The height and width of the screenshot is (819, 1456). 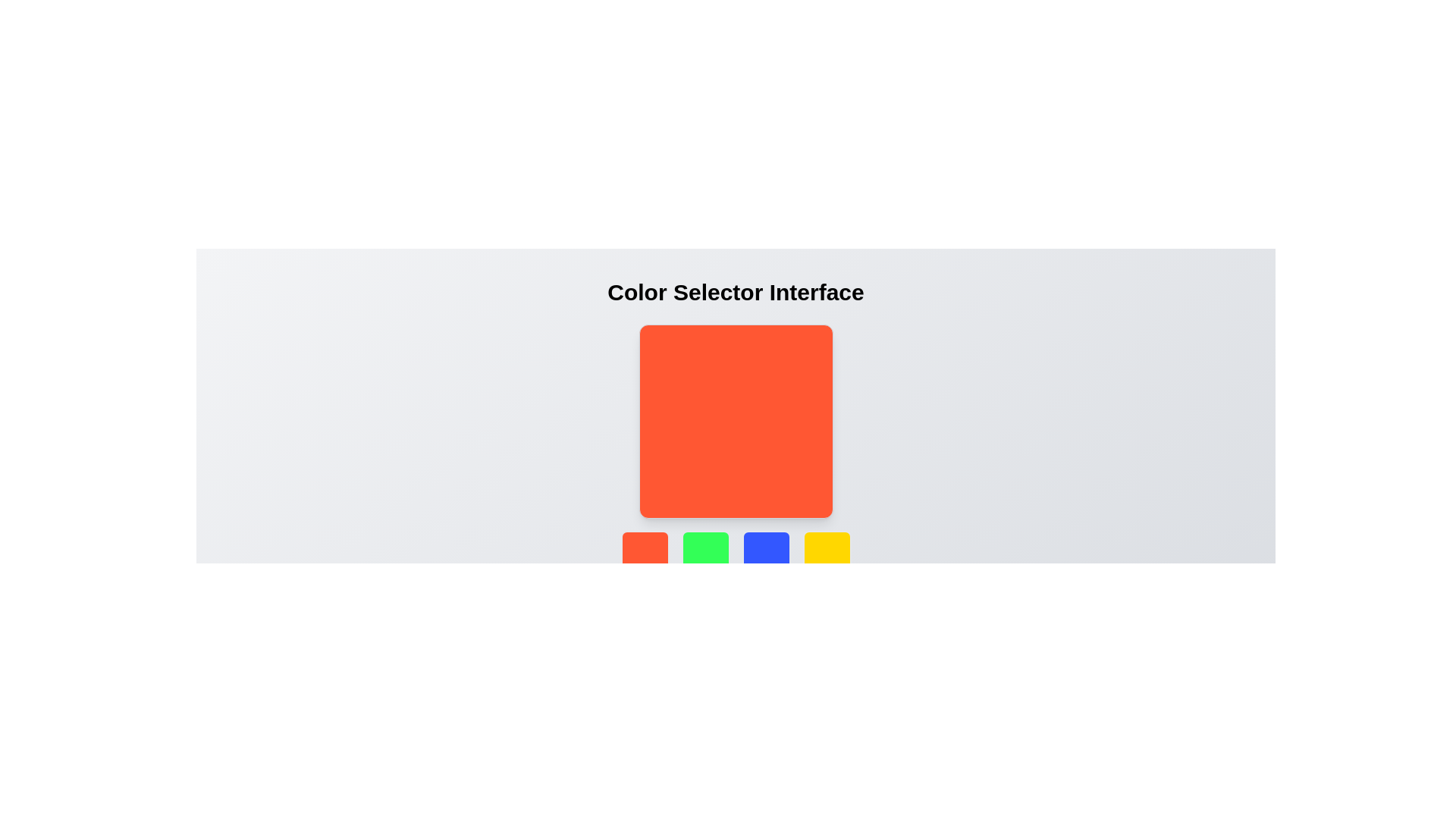 I want to click on the yellow color option button in the color picker interface, so click(x=826, y=555).